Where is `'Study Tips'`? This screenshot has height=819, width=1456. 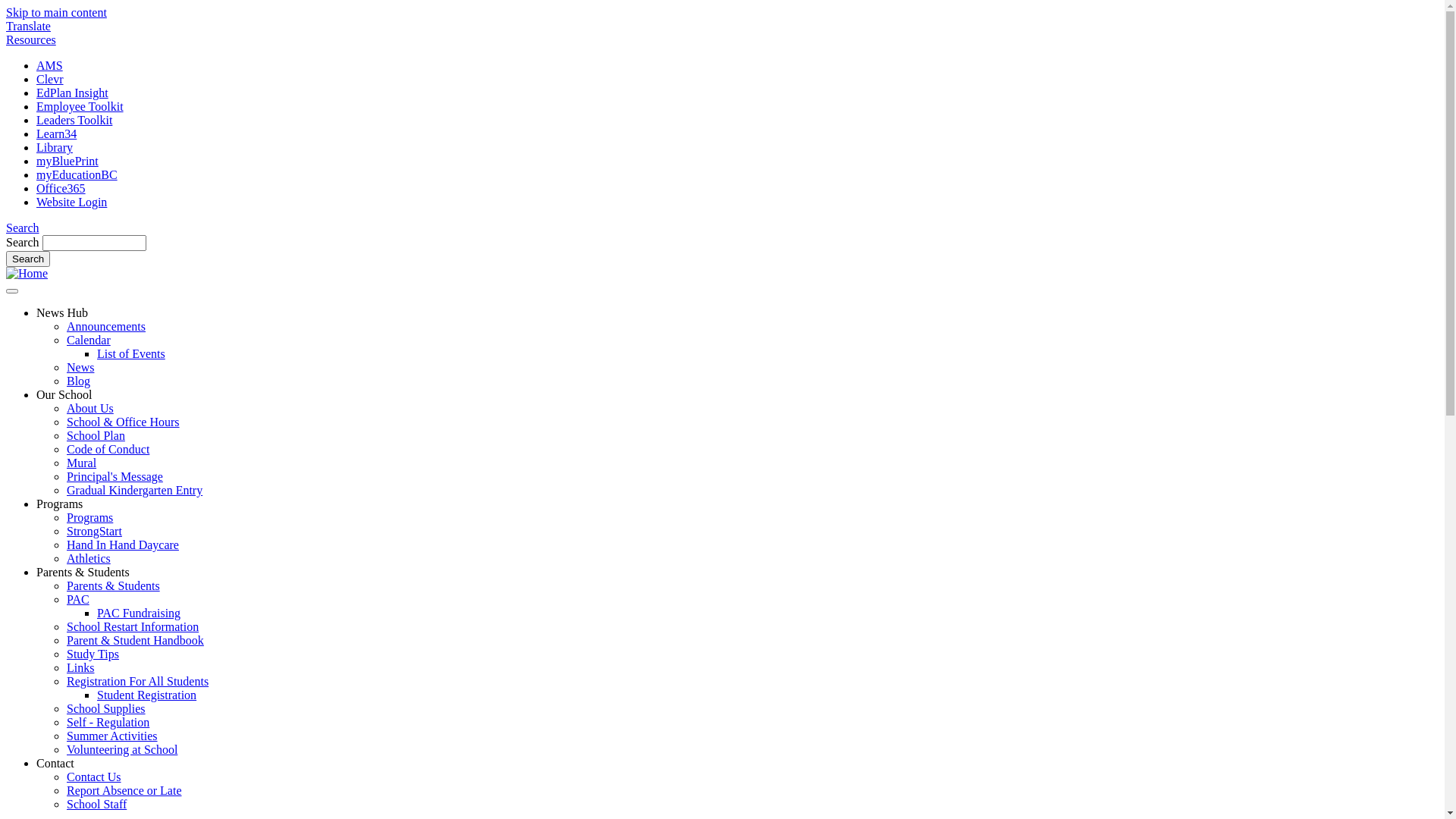 'Study Tips' is located at coordinates (92, 653).